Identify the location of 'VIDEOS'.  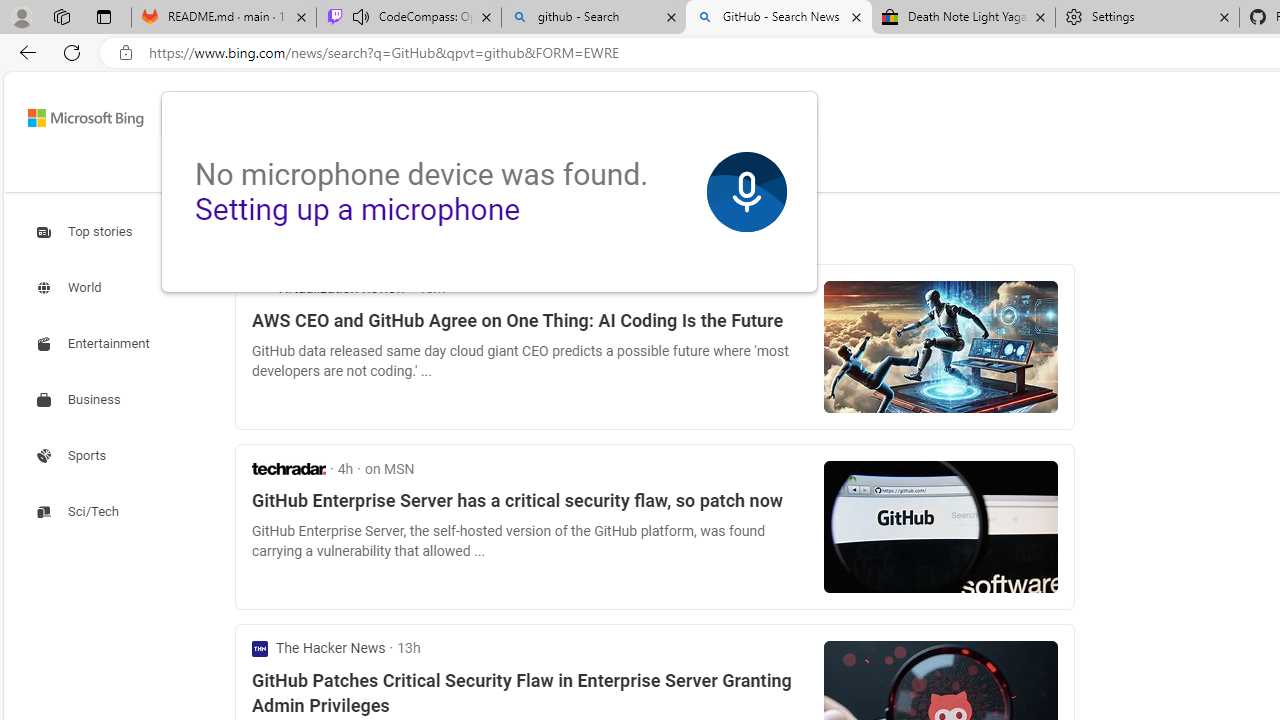
(473, 170).